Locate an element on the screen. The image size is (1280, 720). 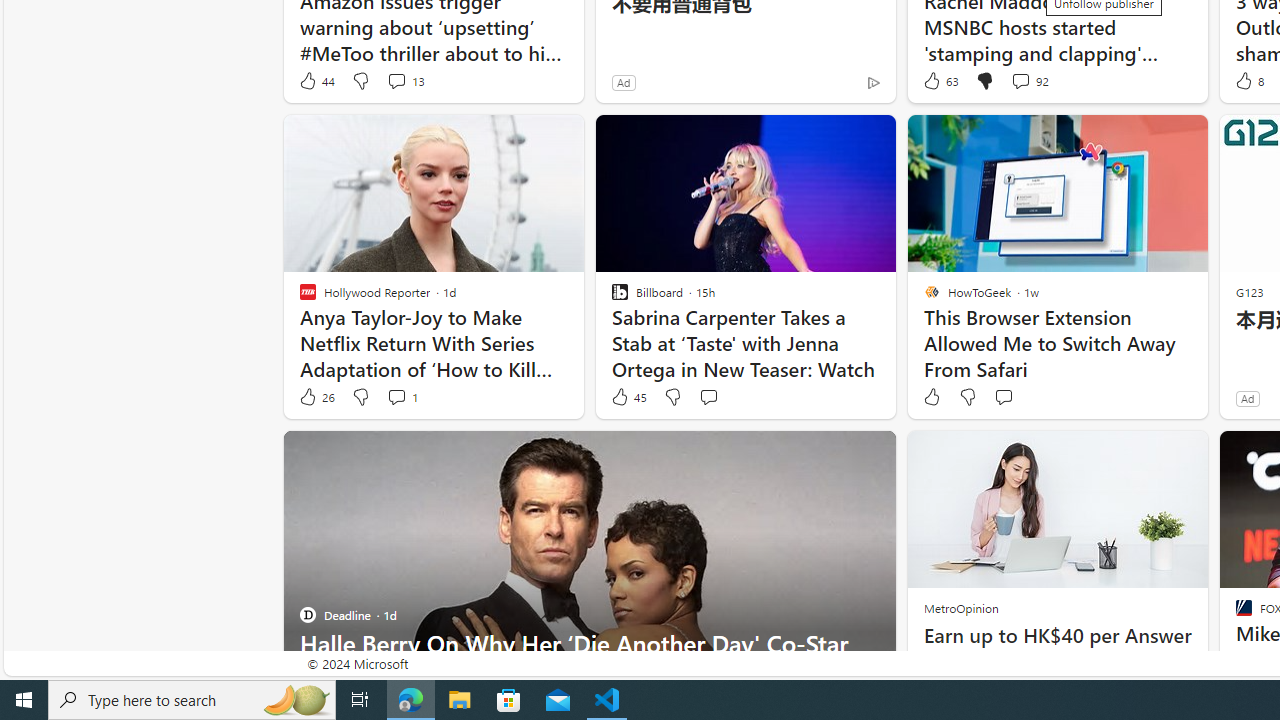
'44 Like' is located at coordinates (315, 80).